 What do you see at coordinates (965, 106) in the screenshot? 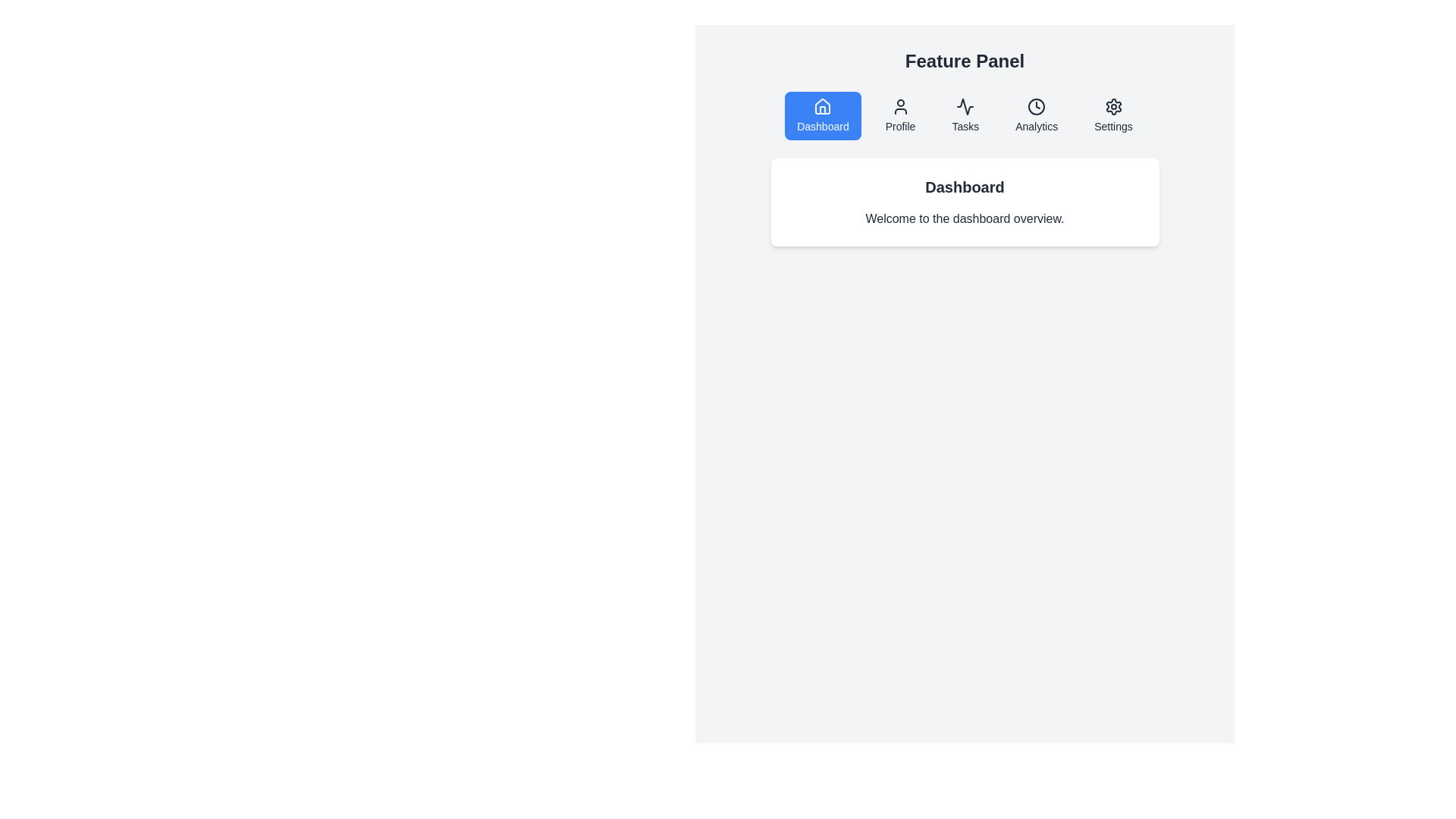
I see `the decorative icon representing the 'Tasks' section located in the horizontal navigation bar under the 'Feature Panel' header to interact with this section` at bounding box center [965, 106].